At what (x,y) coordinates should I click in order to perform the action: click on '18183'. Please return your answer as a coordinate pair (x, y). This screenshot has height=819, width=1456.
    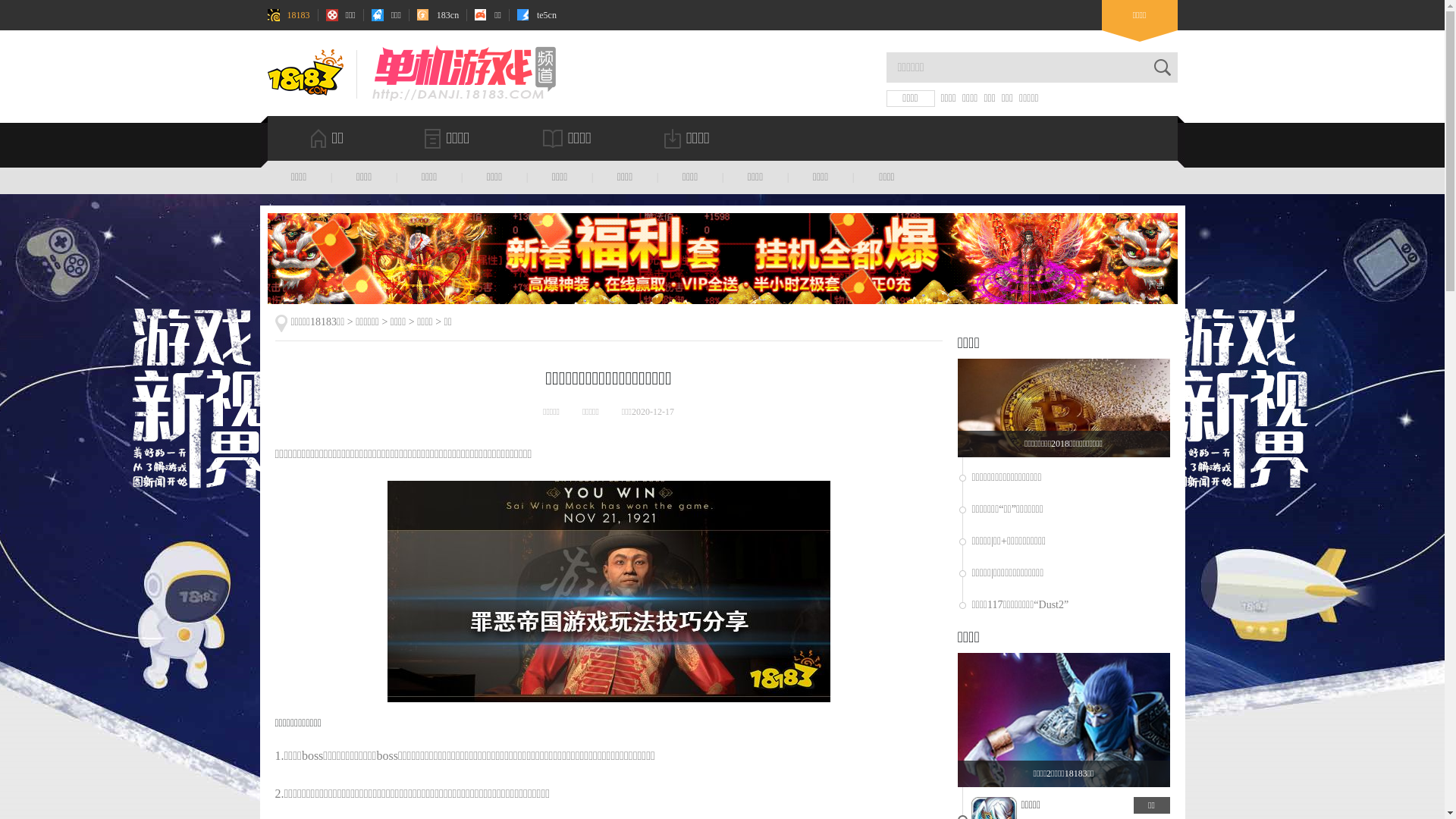
    Looking at the image, I should click on (287, 14).